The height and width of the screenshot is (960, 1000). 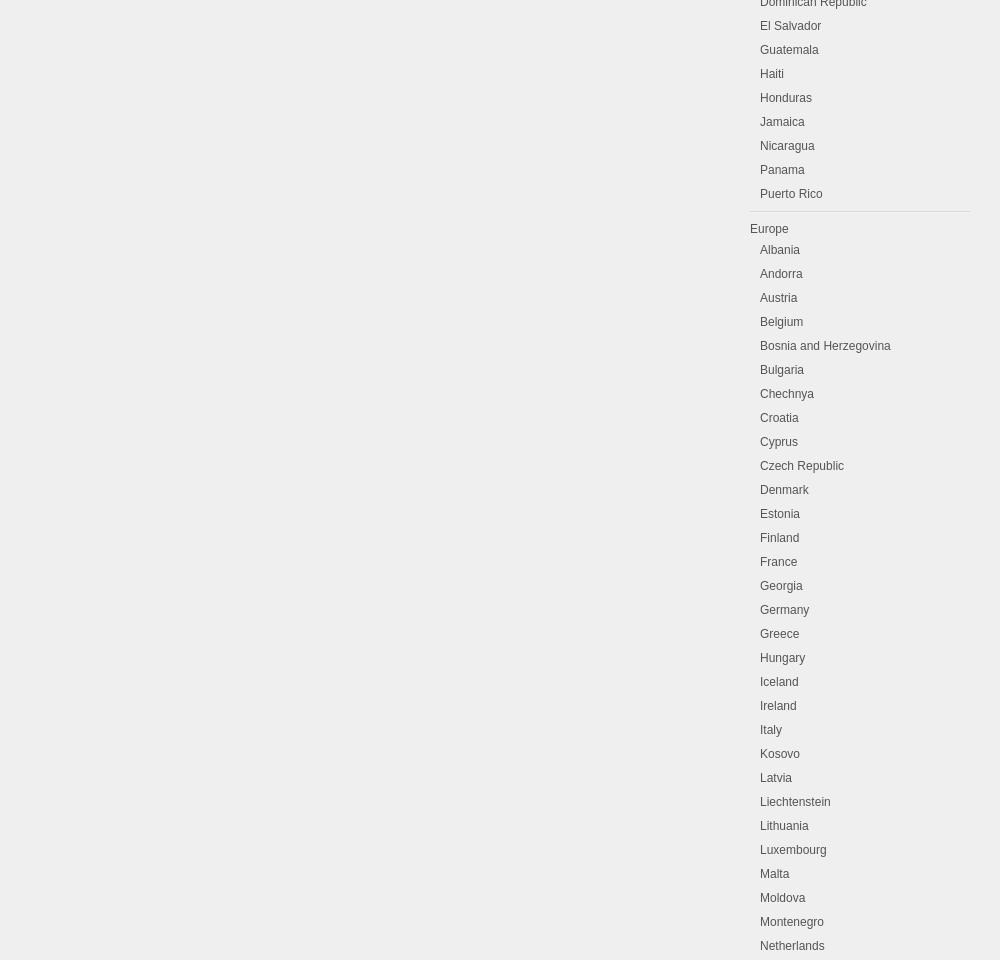 I want to click on 'Bosnia and Herzegovina', so click(x=760, y=345).